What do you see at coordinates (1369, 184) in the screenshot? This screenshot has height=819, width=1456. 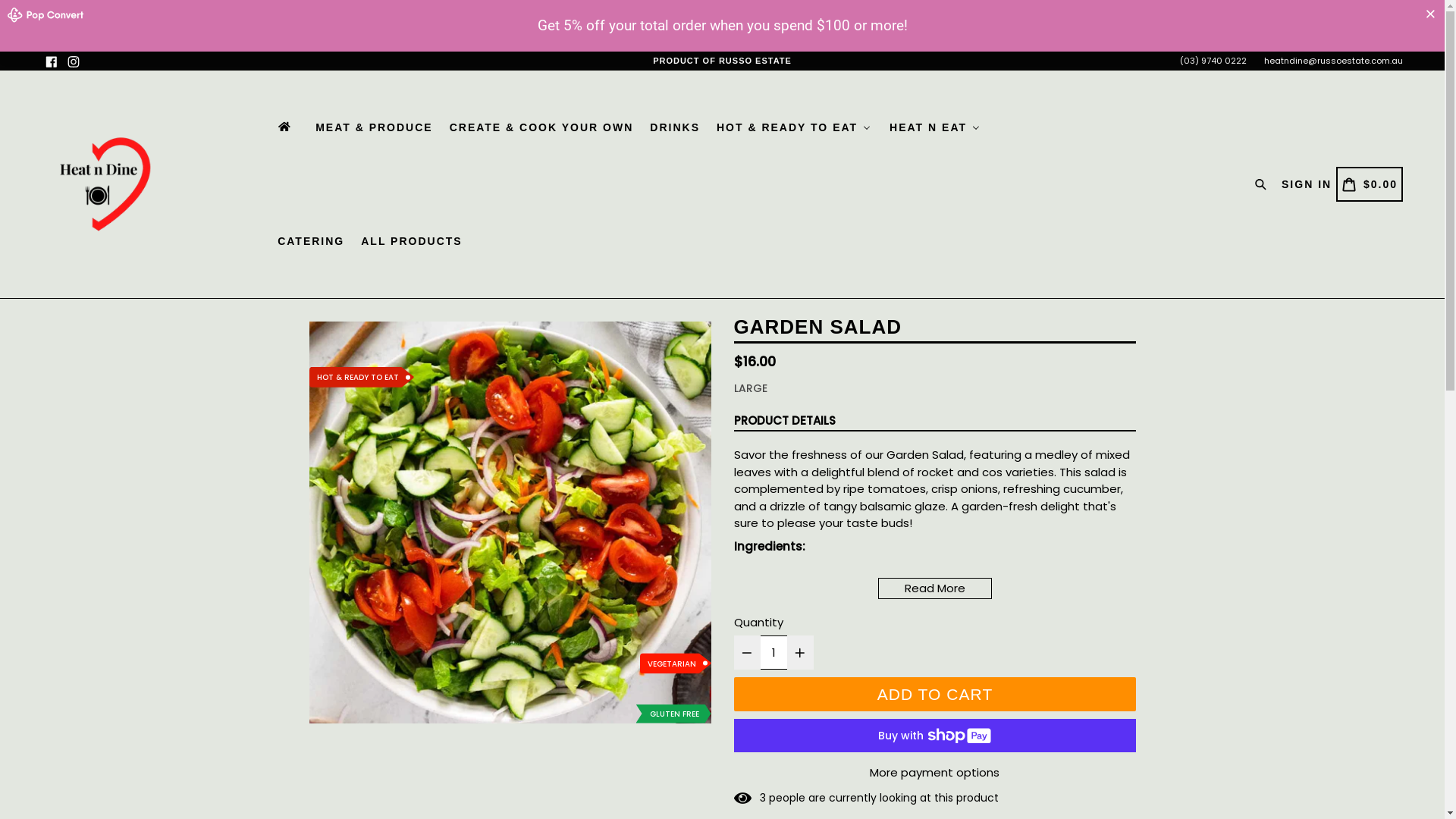 I see `'CART` at bounding box center [1369, 184].